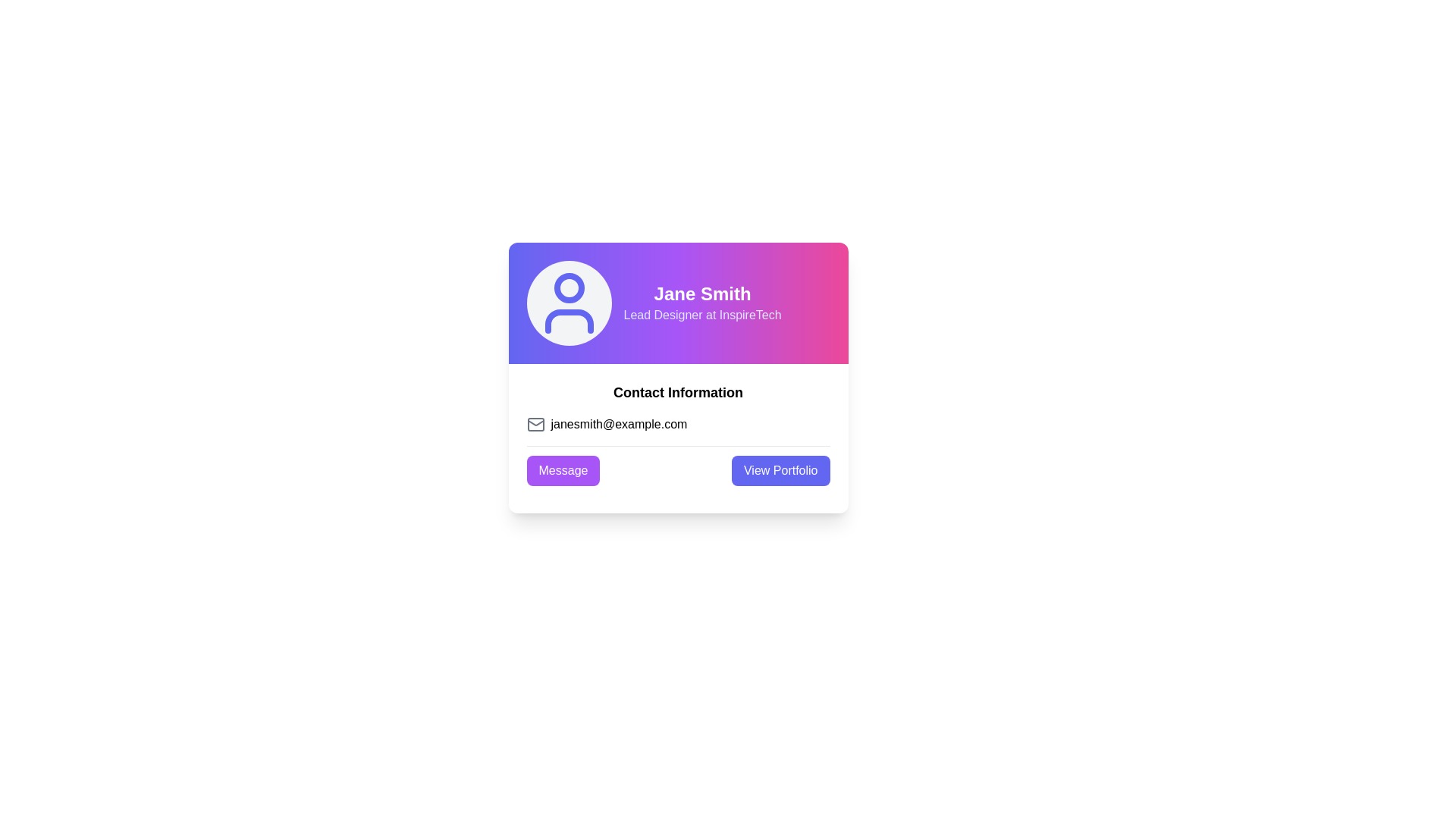 The height and width of the screenshot is (819, 1456). I want to click on the profile display area for user 'Jane Smith', which includes the title 'Lead Designer at InspireTech', to potentially display additional details, so click(677, 303).